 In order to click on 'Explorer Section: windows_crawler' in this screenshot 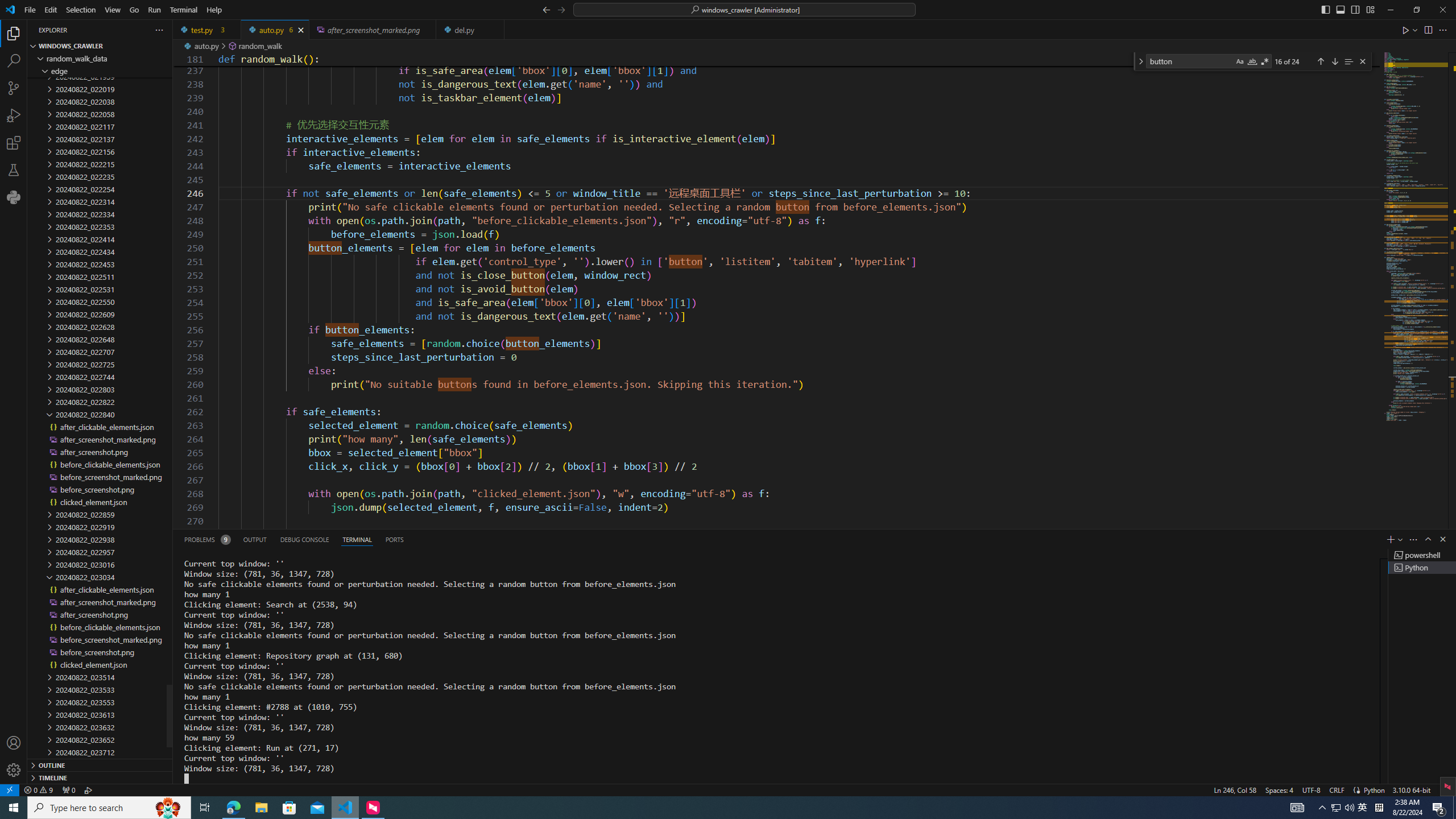, I will do `click(100, 45)`.